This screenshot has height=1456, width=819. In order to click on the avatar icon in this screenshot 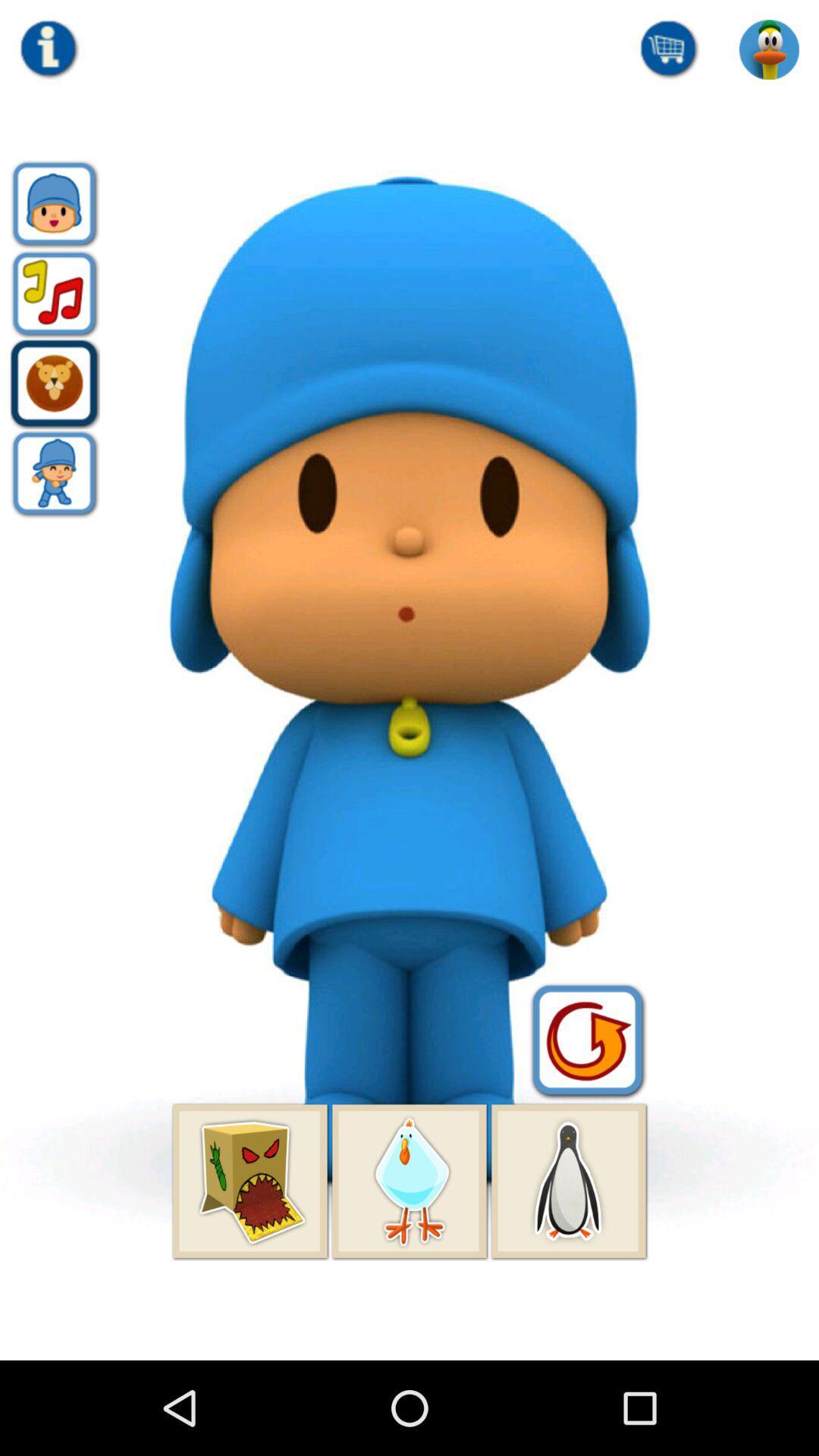, I will do `click(54, 507)`.